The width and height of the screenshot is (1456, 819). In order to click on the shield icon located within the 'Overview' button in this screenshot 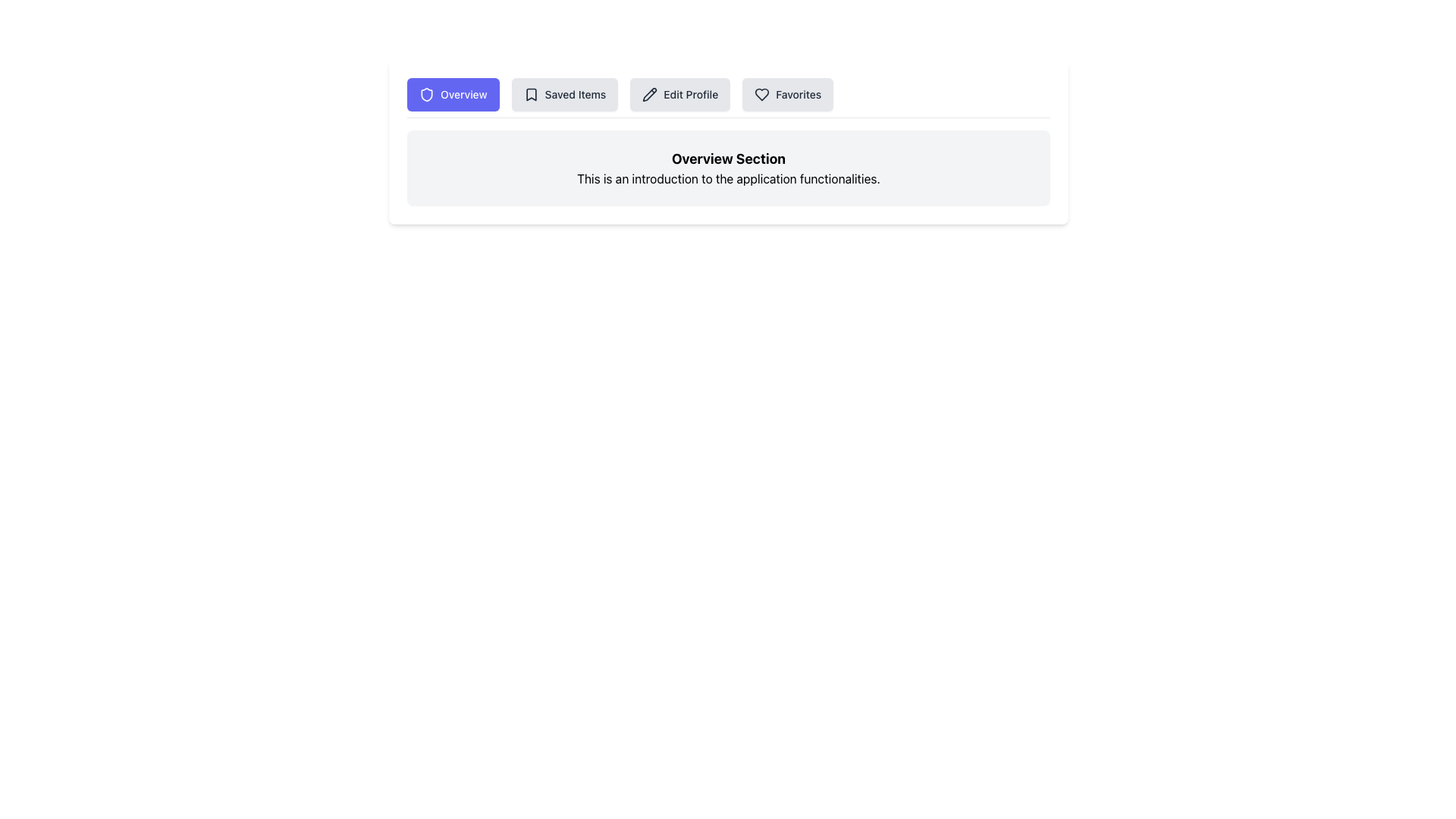, I will do `click(425, 94)`.